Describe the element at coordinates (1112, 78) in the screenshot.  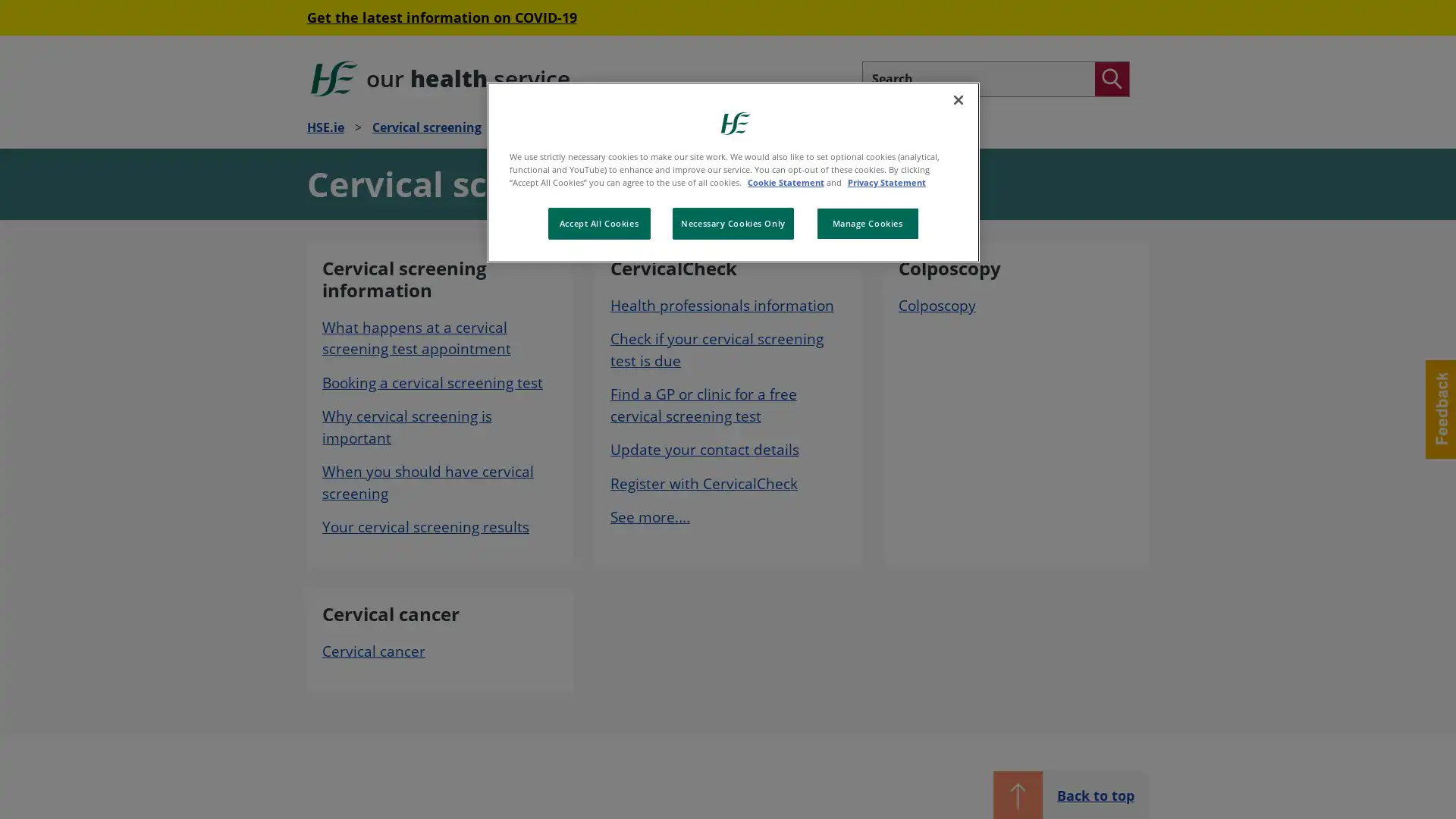
I see `Search` at that location.